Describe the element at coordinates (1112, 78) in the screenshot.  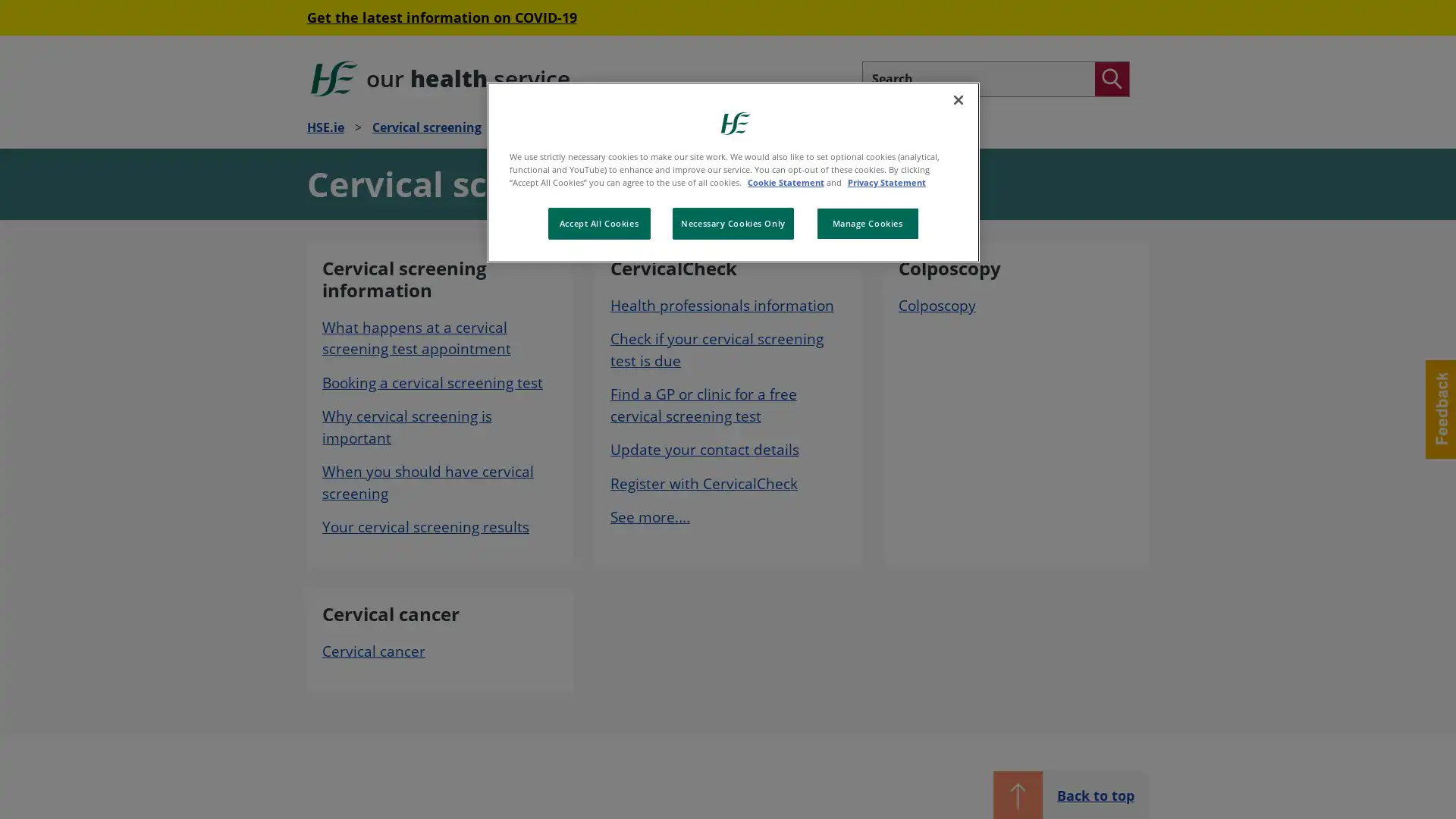
I see `Search` at that location.